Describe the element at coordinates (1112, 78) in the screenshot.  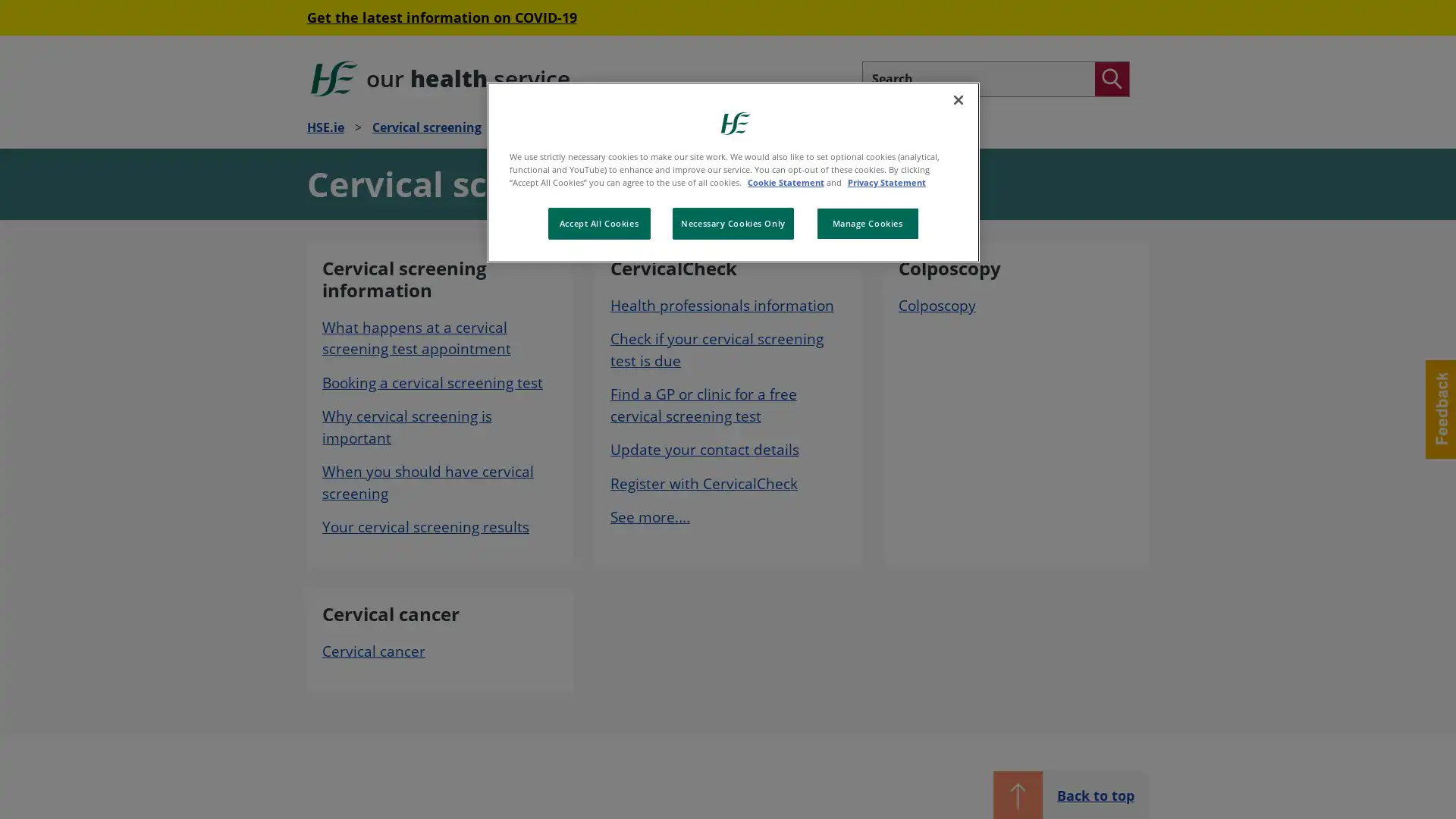
I see `Search` at that location.